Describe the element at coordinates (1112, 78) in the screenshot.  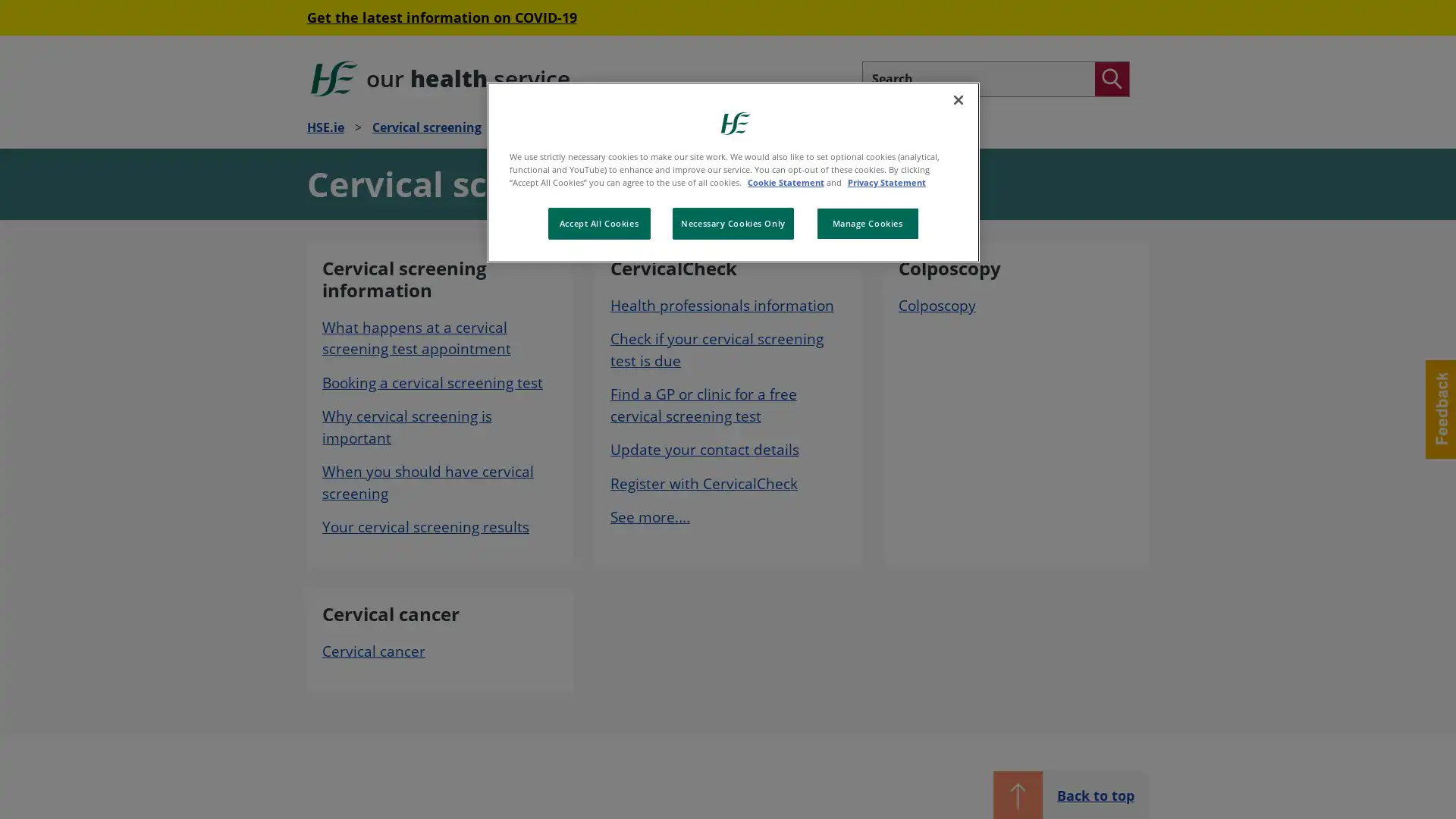
I see `Search` at that location.